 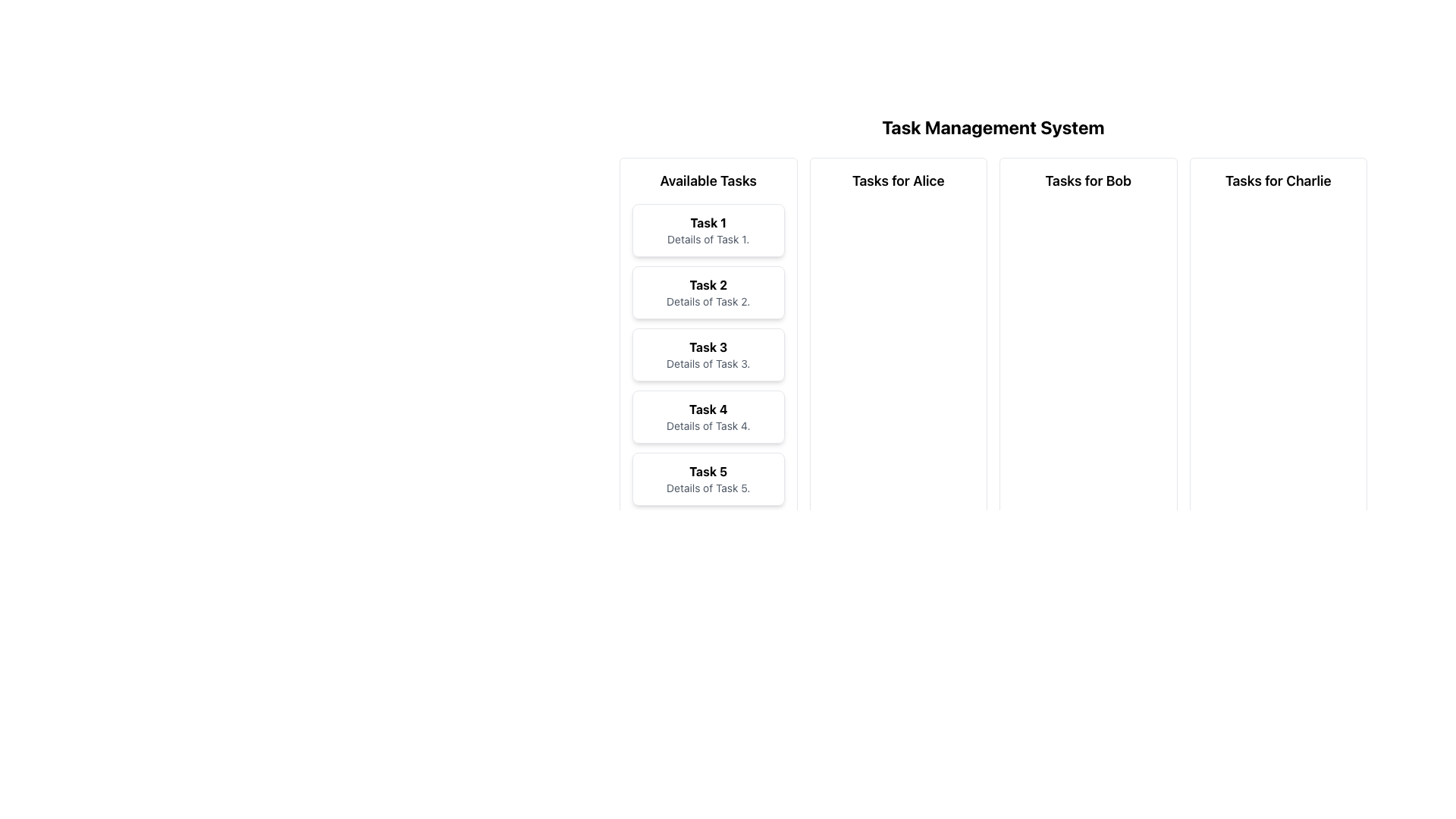 What do you see at coordinates (708, 409) in the screenshot?
I see `title text element 'Task 4', which is a bold and distinct text located at the top of the fourth card within the column titled 'Available Tasks'` at bounding box center [708, 409].